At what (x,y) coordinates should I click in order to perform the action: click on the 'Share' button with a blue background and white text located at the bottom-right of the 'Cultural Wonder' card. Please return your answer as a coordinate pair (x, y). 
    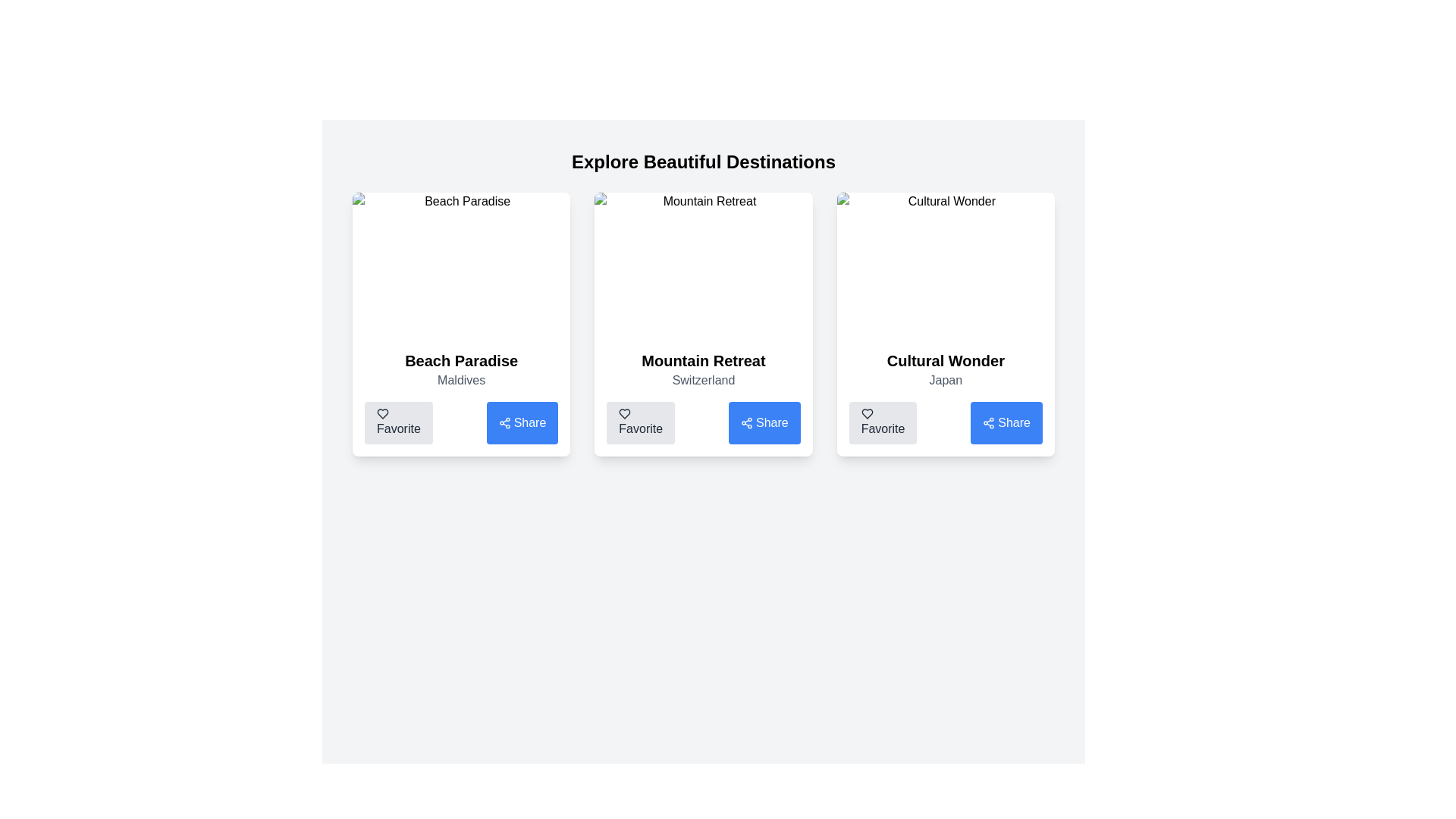
    Looking at the image, I should click on (1006, 423).